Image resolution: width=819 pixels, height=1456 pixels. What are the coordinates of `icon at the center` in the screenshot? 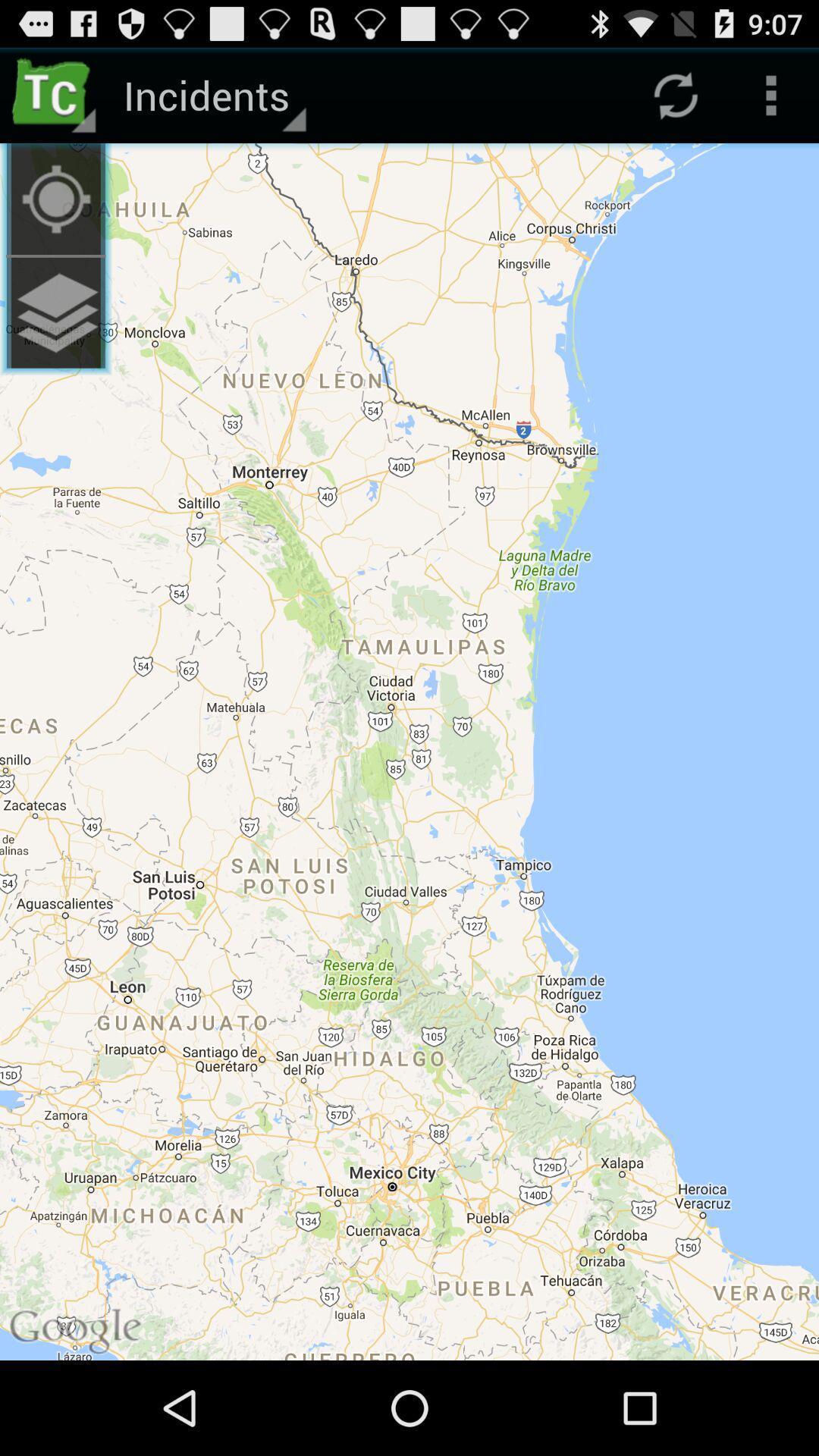 It's located at (409, 752).